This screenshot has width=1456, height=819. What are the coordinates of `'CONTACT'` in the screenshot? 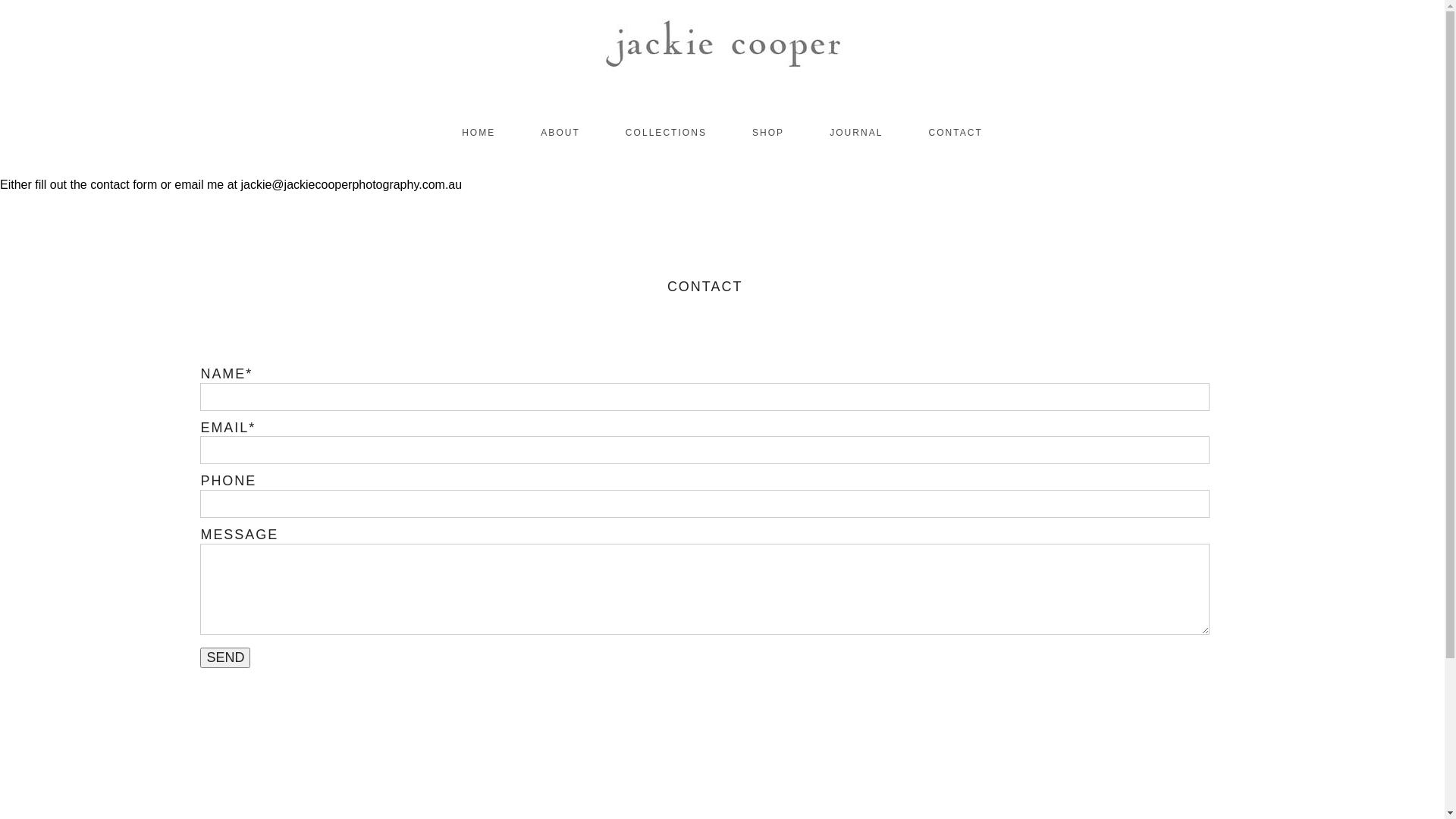 It's located at (954, 131).